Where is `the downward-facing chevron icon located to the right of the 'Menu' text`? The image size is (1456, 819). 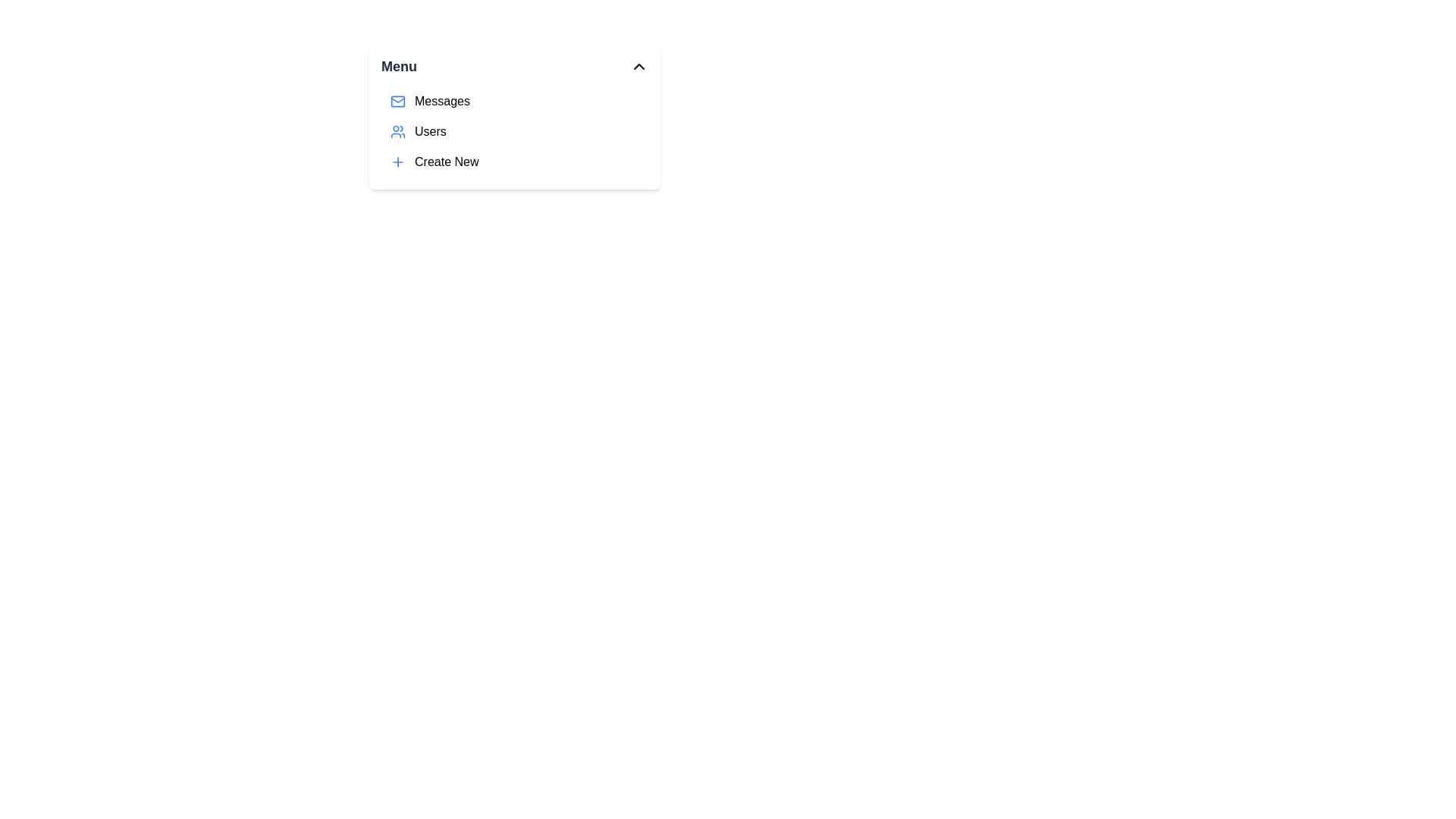
the downward-facing chevron icon located to the right of the 'Menu' text is located at coordinates (639, 66).